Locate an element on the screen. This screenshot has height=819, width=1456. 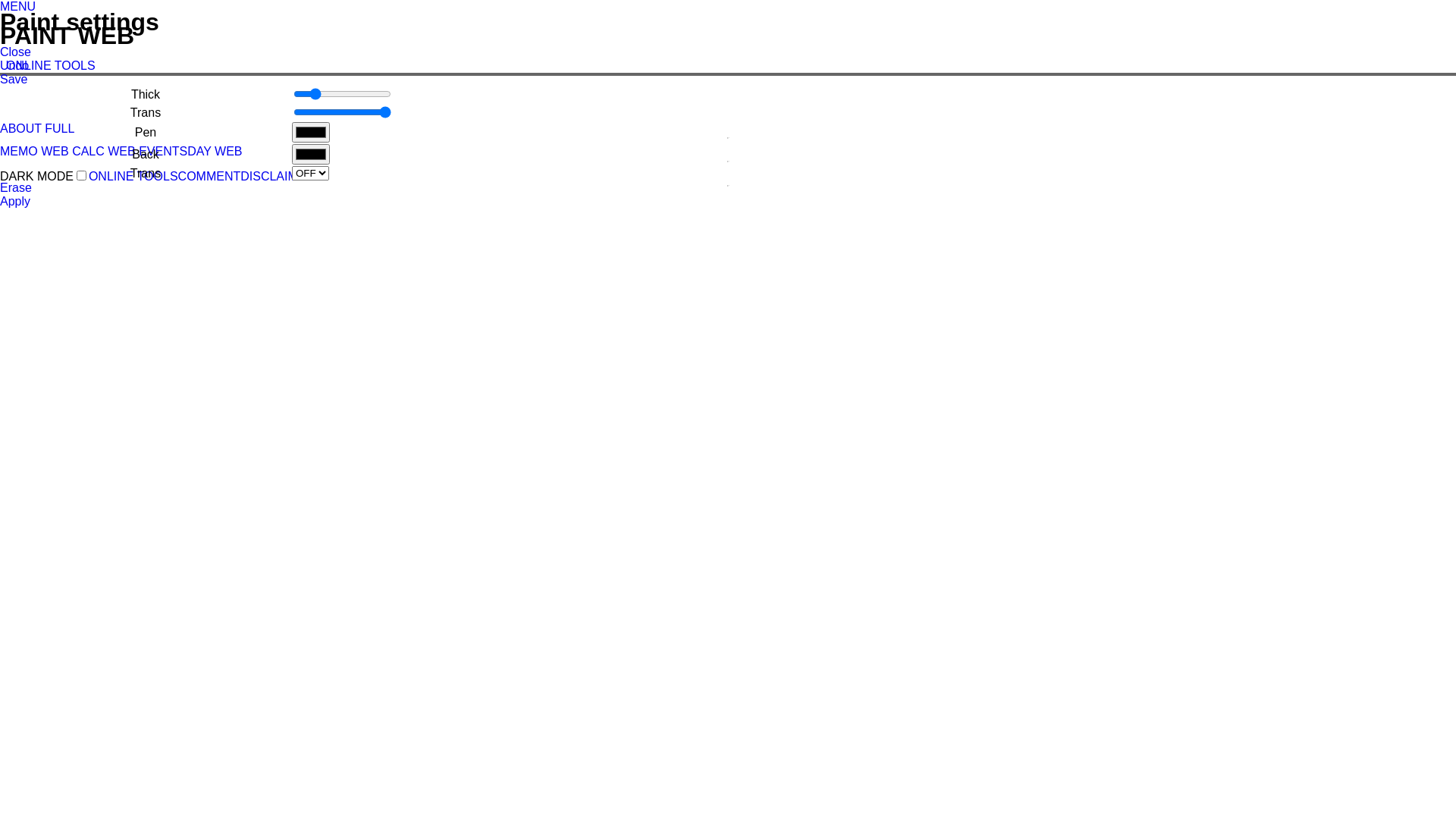
'ONLINE TOOLS' is located at coordinates (51, 64).